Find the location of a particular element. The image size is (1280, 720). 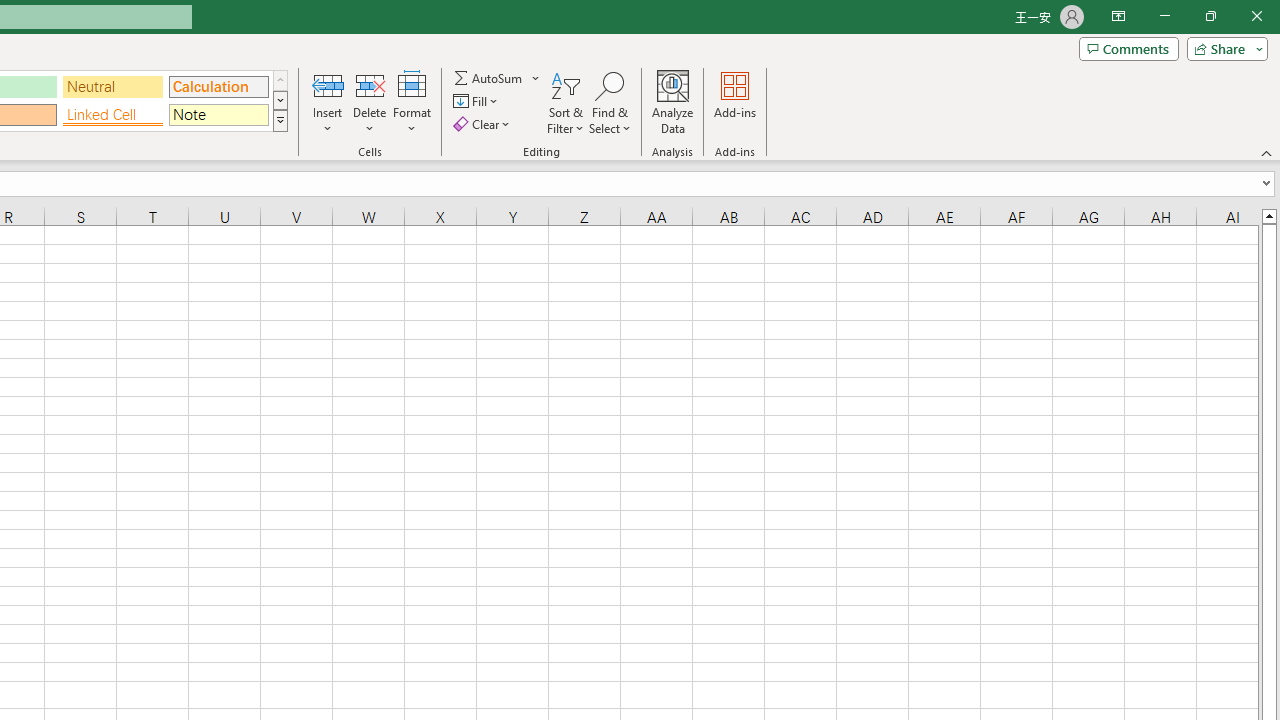

'Analyze Data' is located at coordinates (673, 103).